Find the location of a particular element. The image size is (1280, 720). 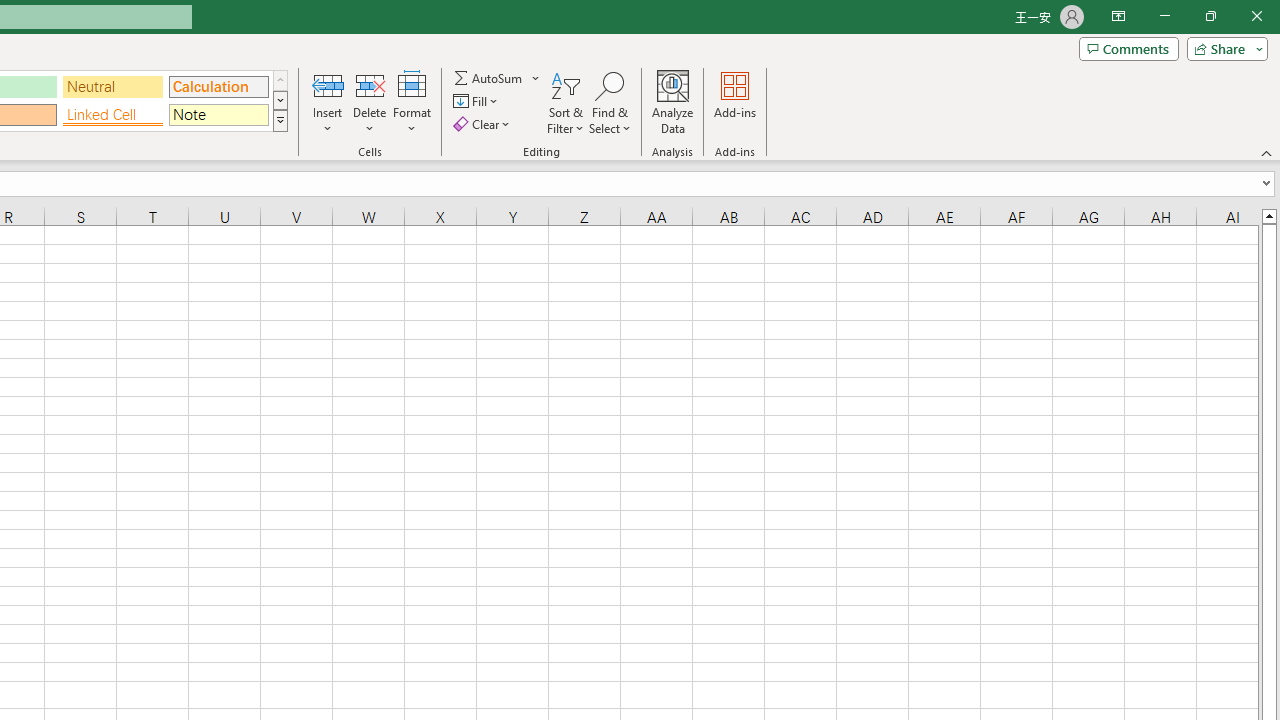

'Analyze Data' is located at coordinates (673, 103).